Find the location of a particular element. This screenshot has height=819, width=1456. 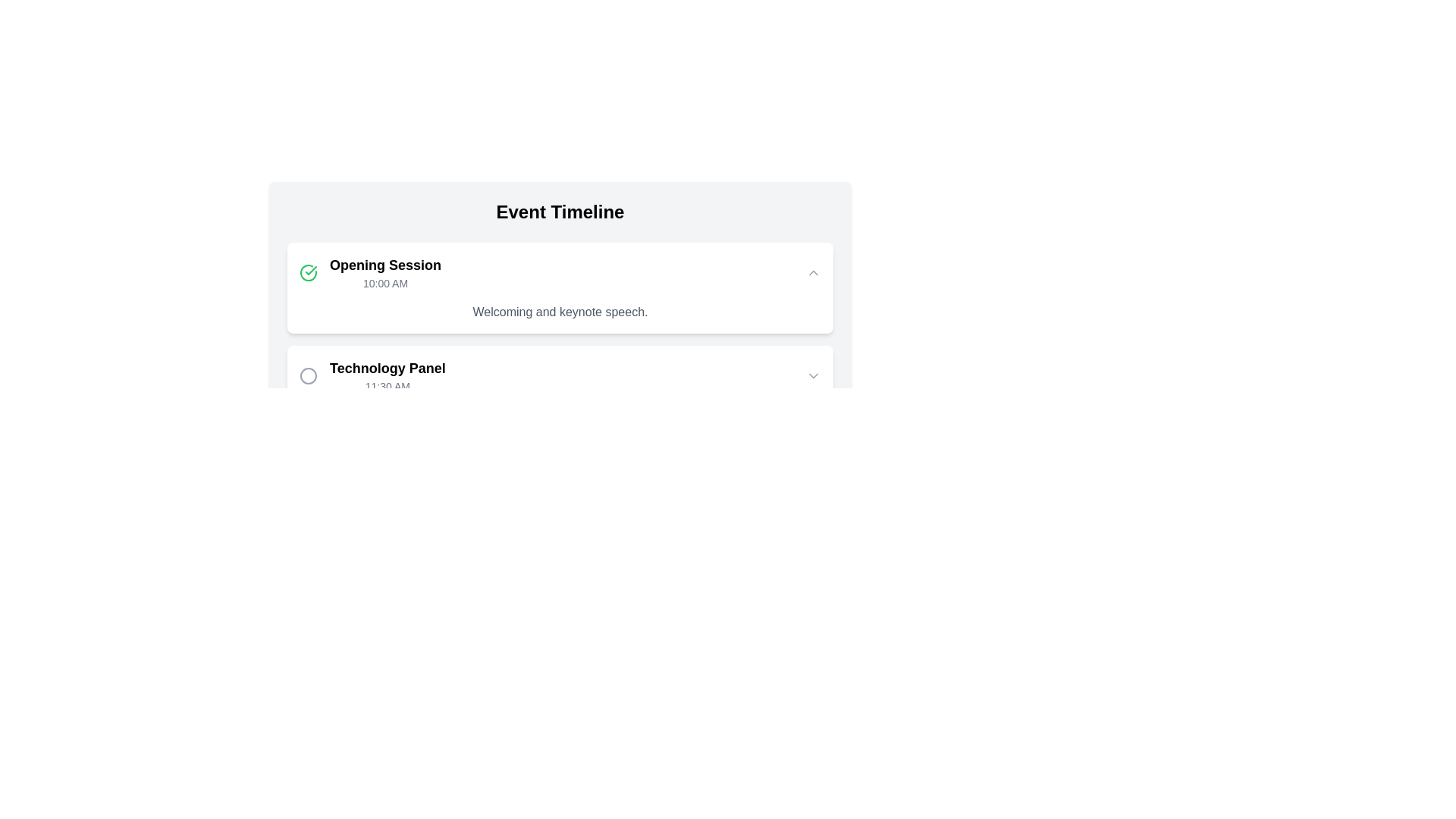

the second Timeline Event Block labeled 'Technology Panel' is located at coordinates (560, 397).